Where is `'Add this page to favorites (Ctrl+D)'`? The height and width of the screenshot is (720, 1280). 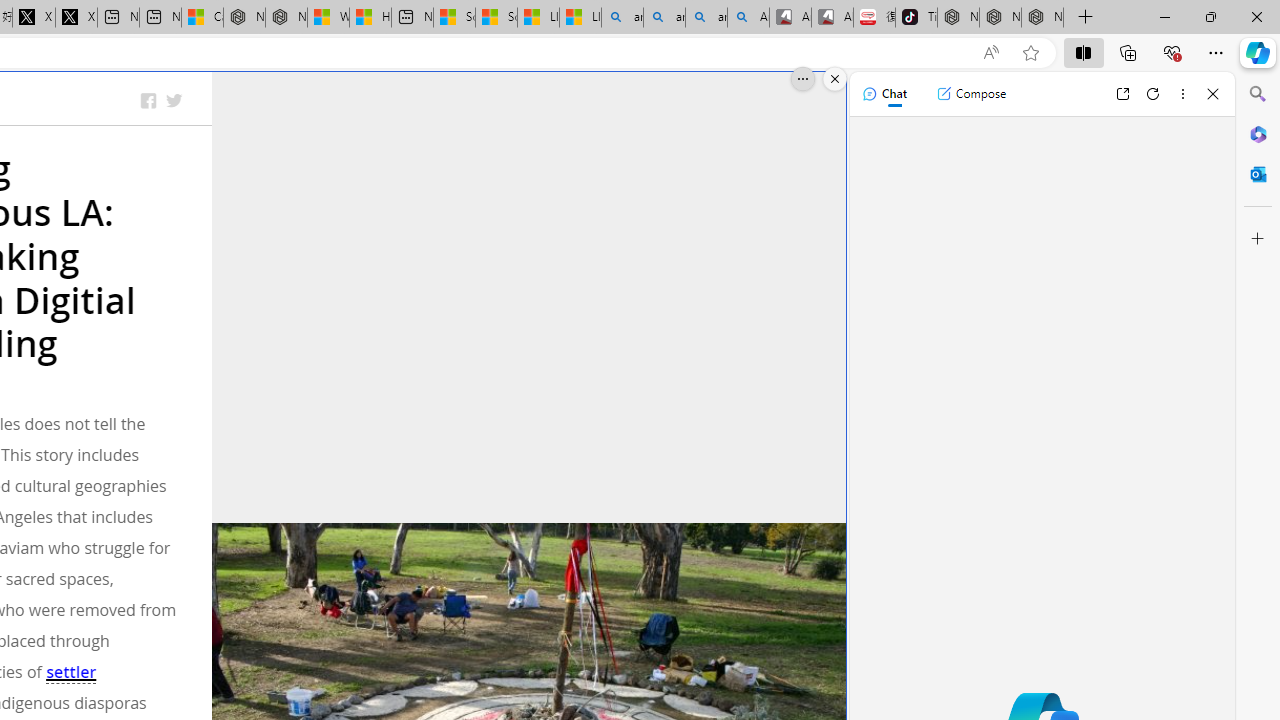
'Add this page to favorites (Ctrl+D)' is located at coordinates (1031, 52).